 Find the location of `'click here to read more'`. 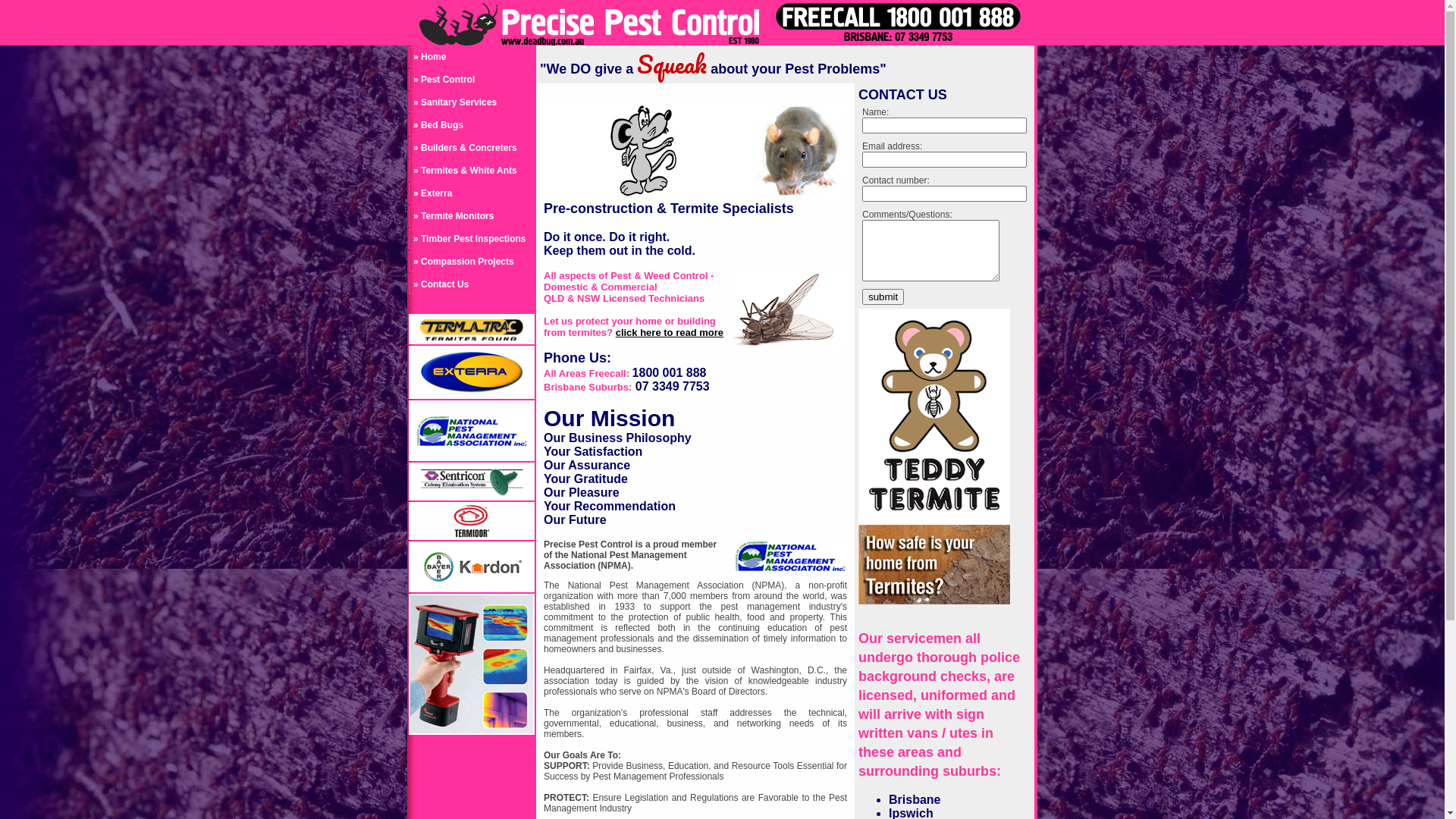

'click here to read more' is located at coordinates (669, 331).